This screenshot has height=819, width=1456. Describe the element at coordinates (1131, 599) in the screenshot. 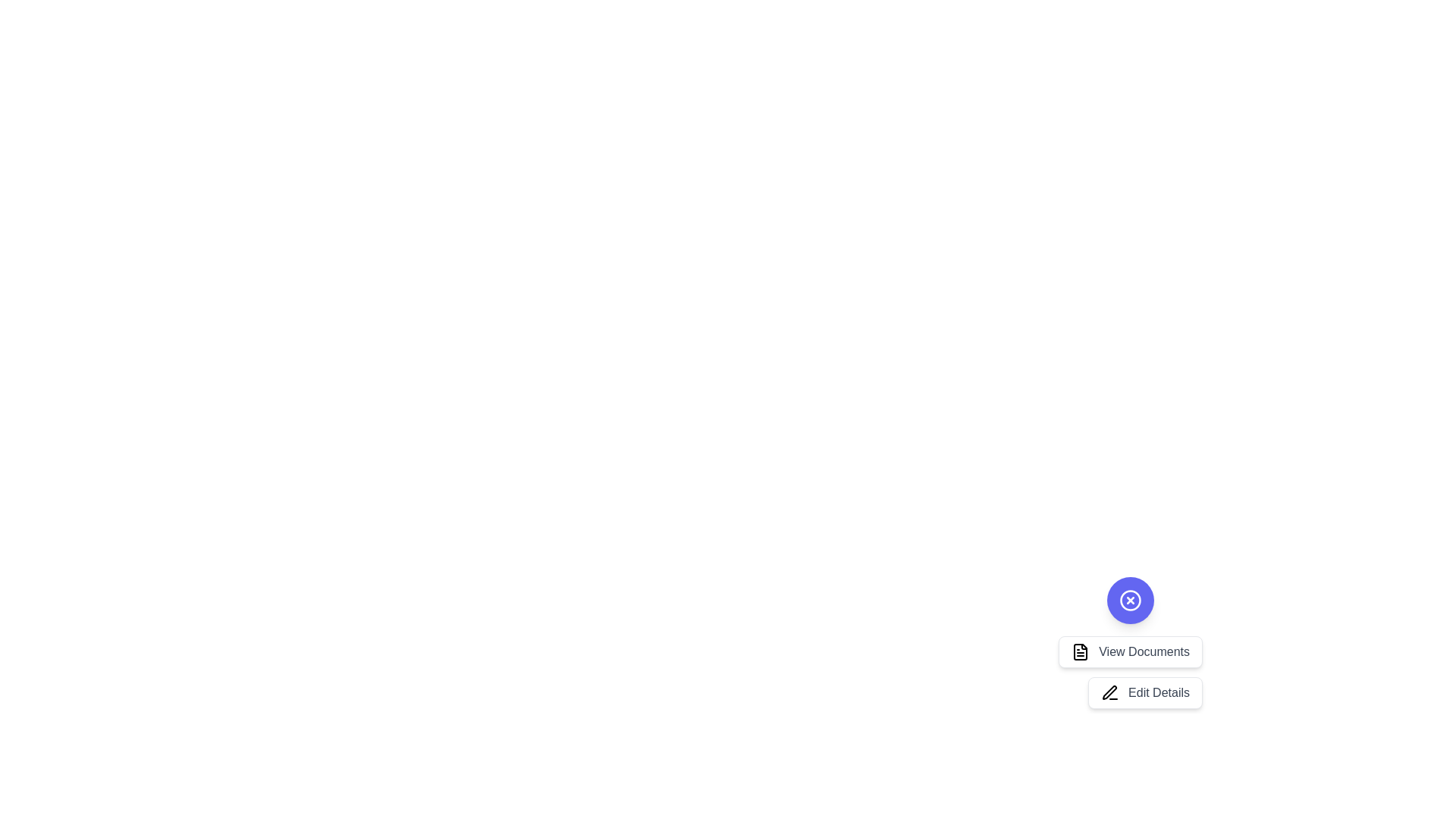

I see `toggle button to change the visibility of the speed dial options panel` at that location.